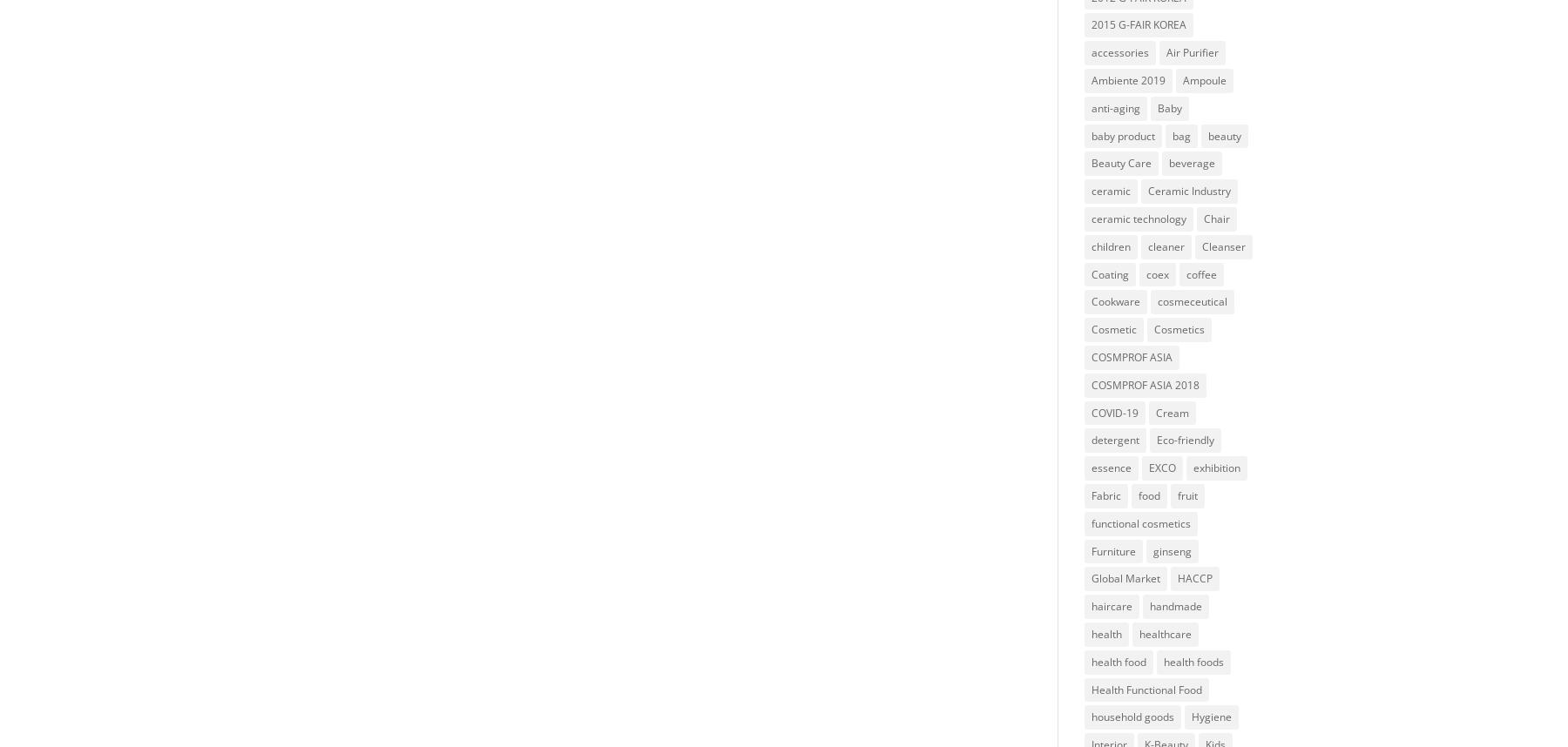 Image resolution: width=1568 pixels, height=747 pixels. Describe the element at coordinates (1120, 163) in the screenshot. I see `'Beauty Care'` at that location.